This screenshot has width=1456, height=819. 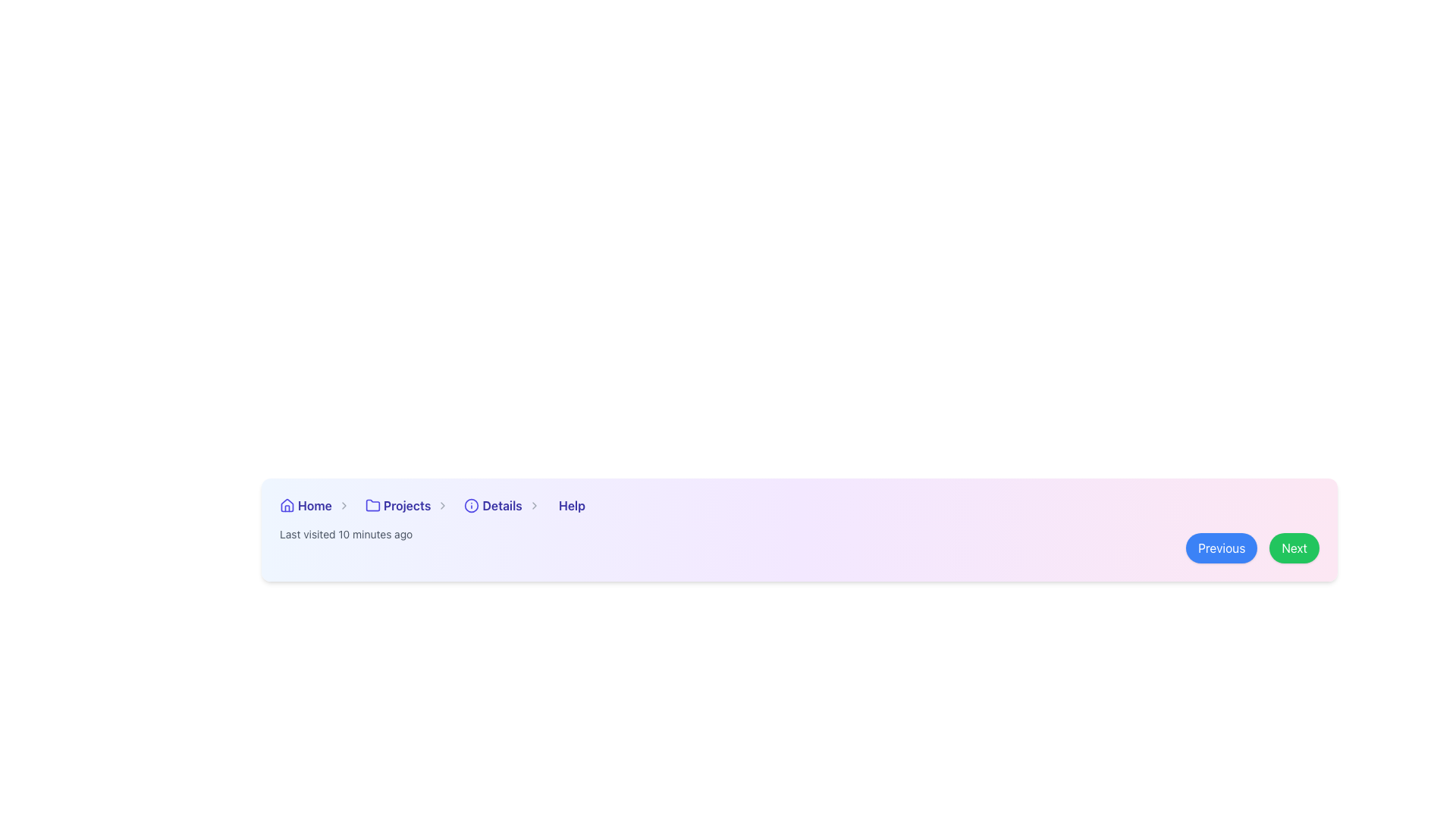 I want to click on the second button in the horizontal arrangement located towards the right side of the footer section, which is immediately to the right of the blue 'Previous' button, so click(x=1294, y=548).